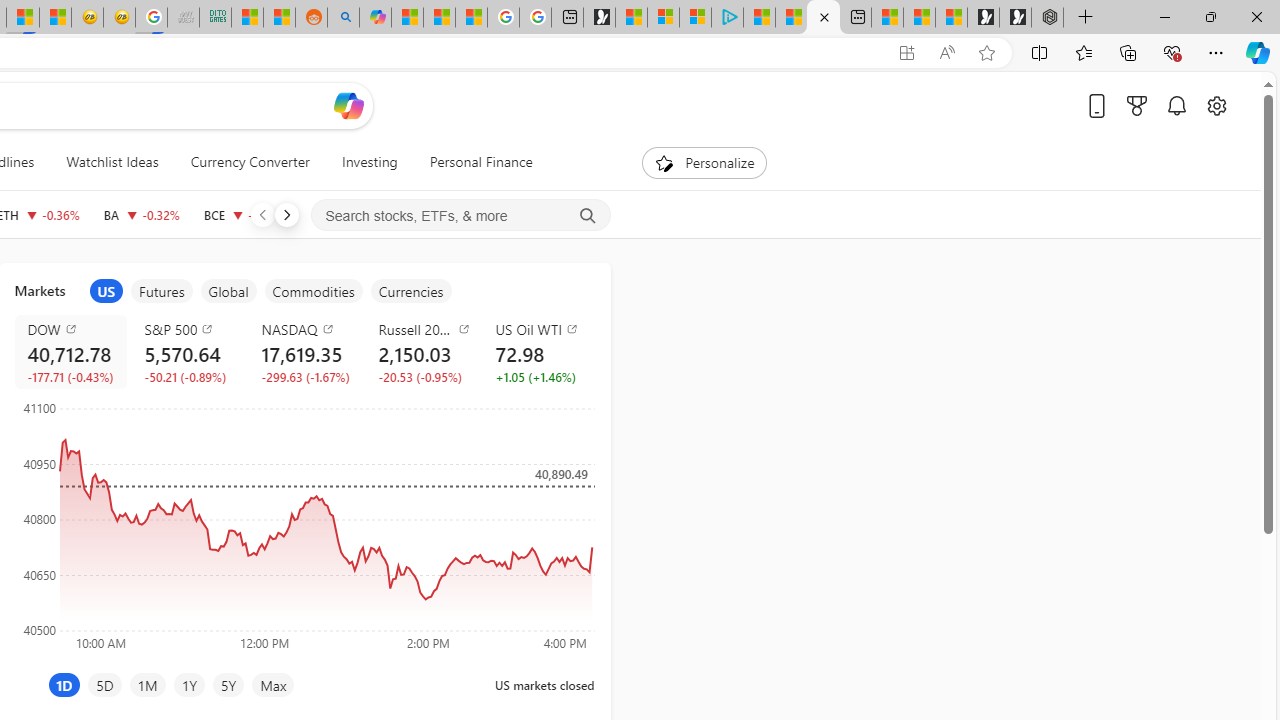 Image resolution: width=1280 pixels, height=720 pixels. Describe the element at coordinates (105, 291) in the screenshot. I see `'item1'` at that location.